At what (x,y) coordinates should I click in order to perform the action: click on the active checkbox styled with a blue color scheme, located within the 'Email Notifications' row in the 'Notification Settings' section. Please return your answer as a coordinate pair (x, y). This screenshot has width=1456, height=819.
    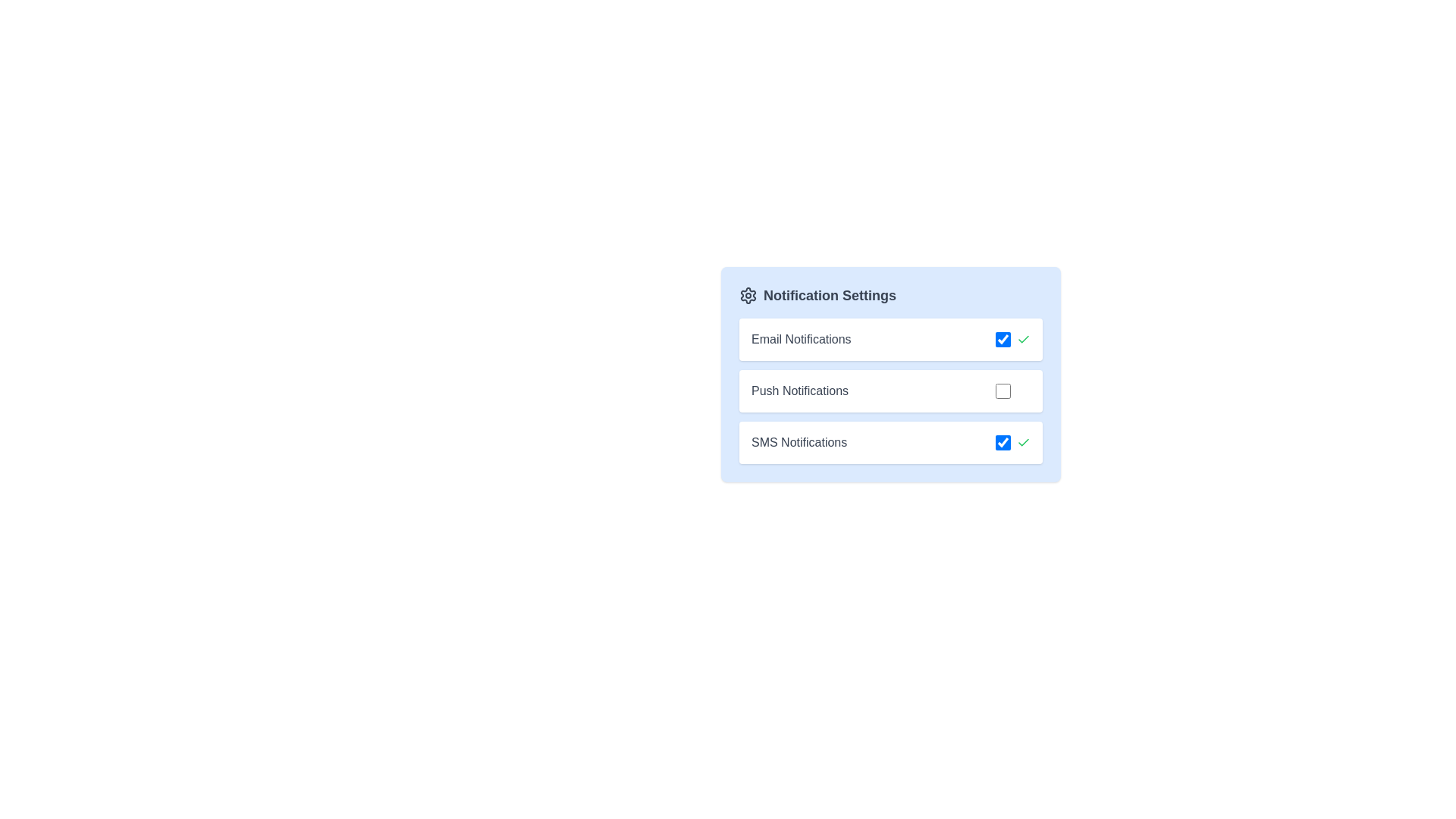
    Looking at the image, I should click on (1003, 338).